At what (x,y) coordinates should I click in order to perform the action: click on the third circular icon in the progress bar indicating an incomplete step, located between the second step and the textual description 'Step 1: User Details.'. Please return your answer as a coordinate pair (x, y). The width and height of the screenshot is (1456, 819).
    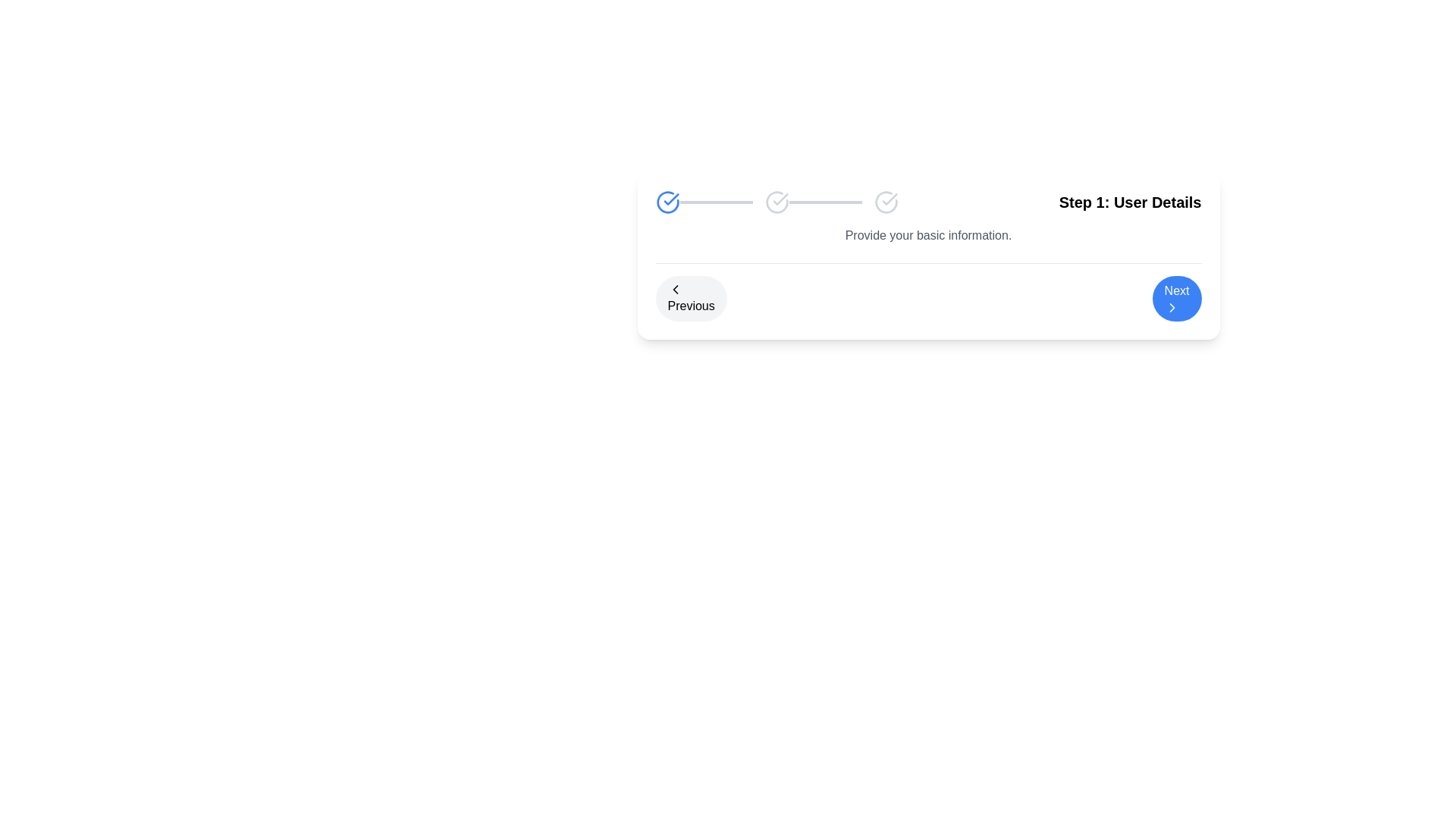
    Looking at the image, I should click on (886, 201).